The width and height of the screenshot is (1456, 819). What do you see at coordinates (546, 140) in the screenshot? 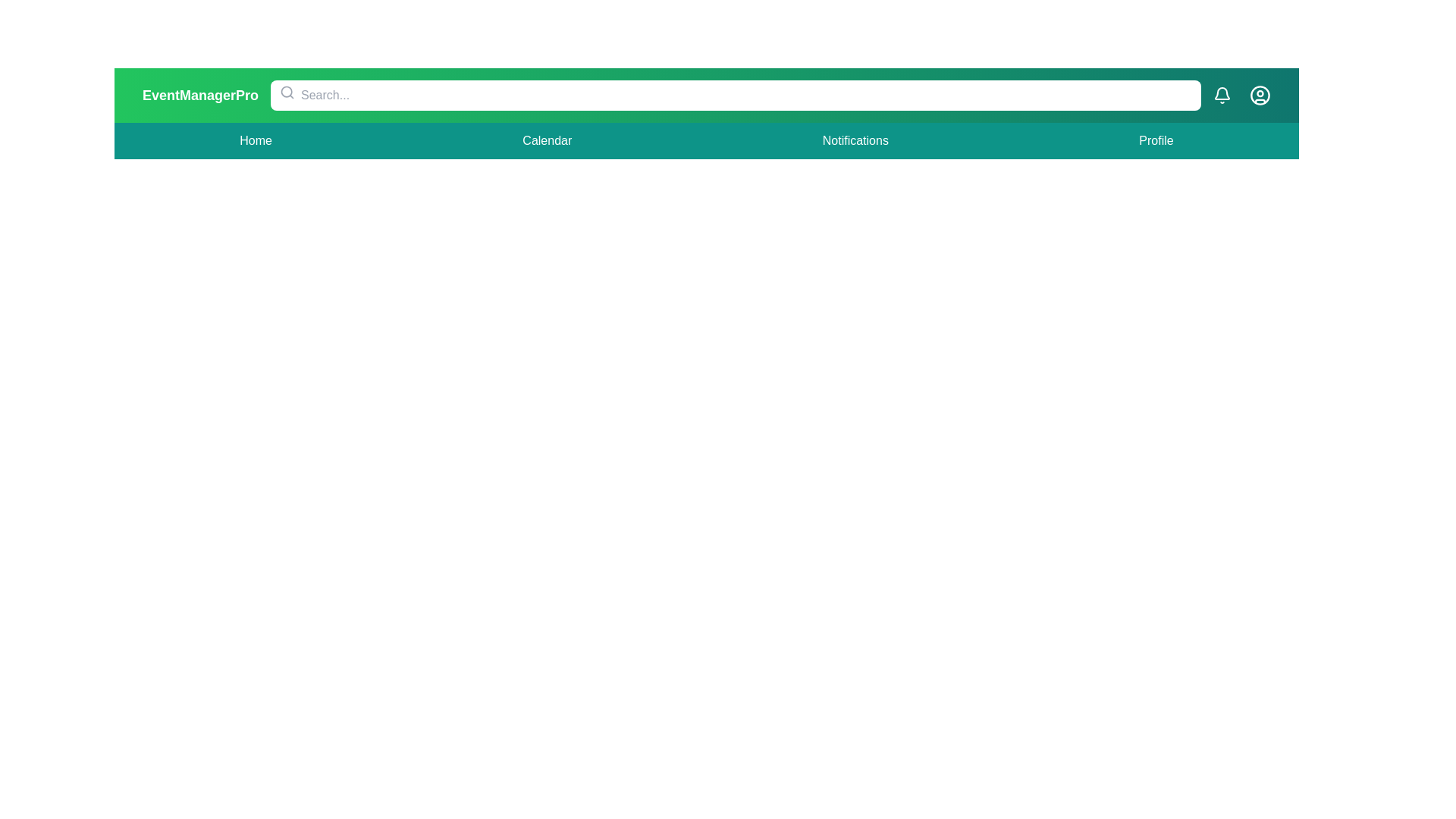
I see `the menu item Calendar from the navigation bar` at bounding box center [546, 140].